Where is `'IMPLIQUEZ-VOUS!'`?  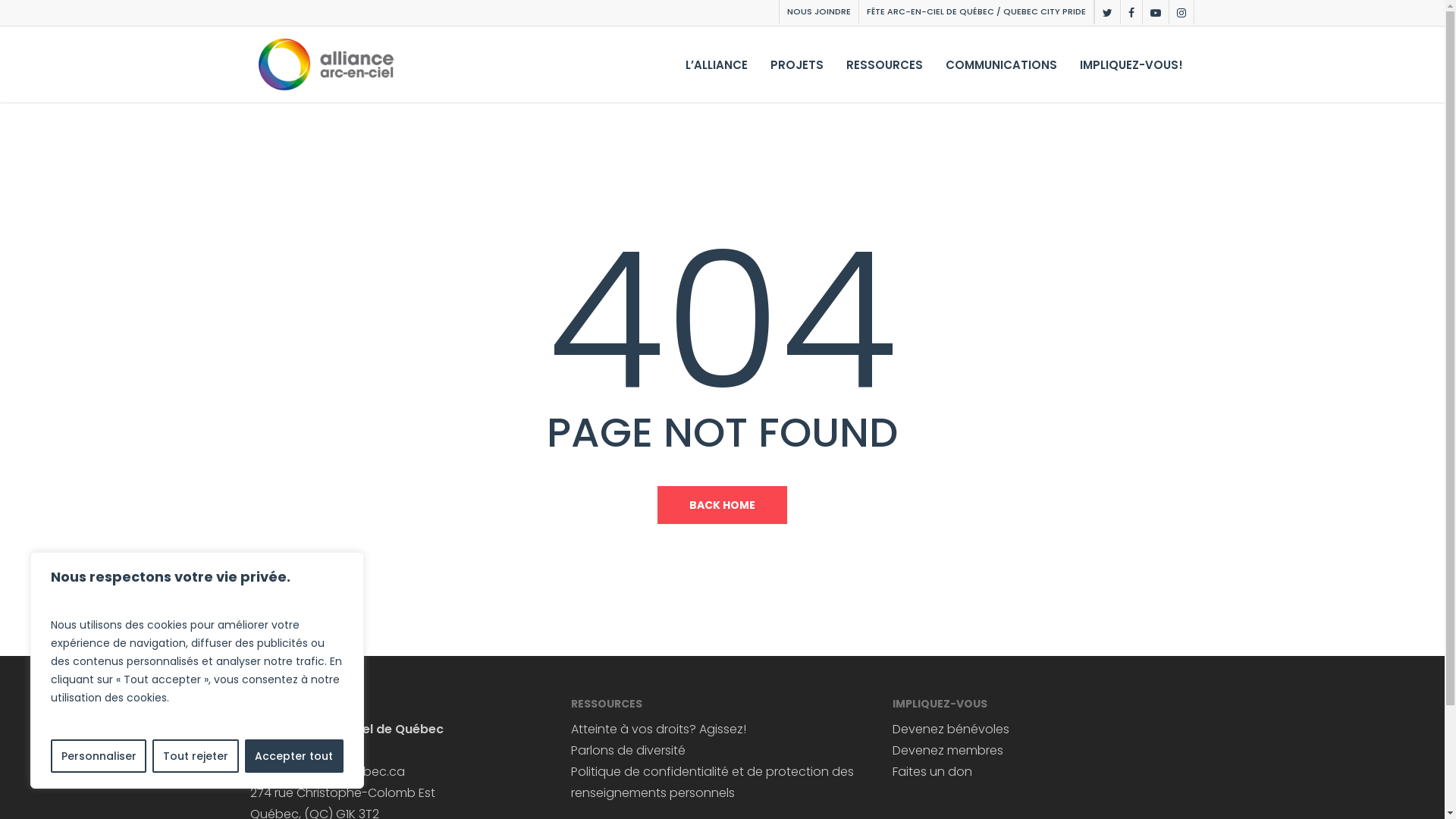 'IMPLIQUEZ-VOUS!' is located at coordinates (1131, 64).